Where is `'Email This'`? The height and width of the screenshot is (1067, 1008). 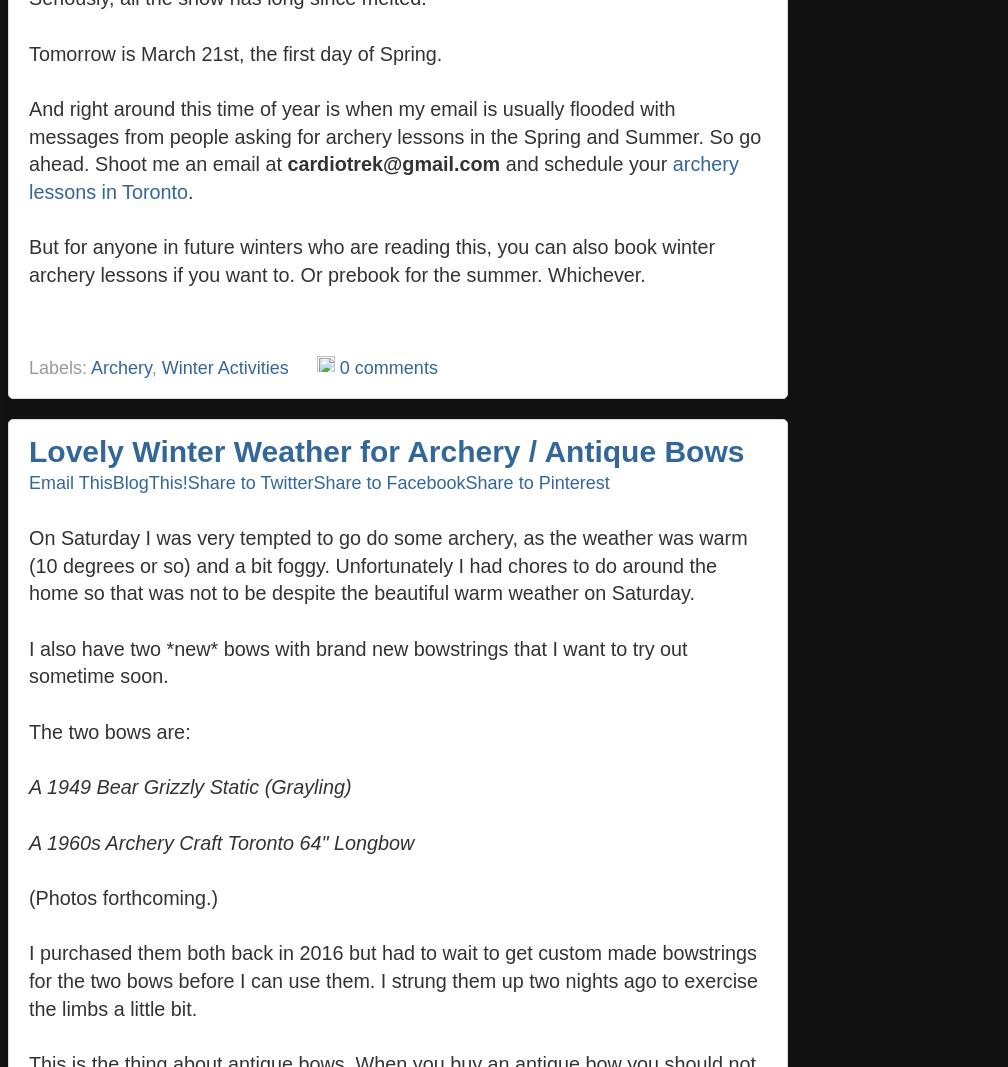 'Email This' is located at coordinates (70, 482).